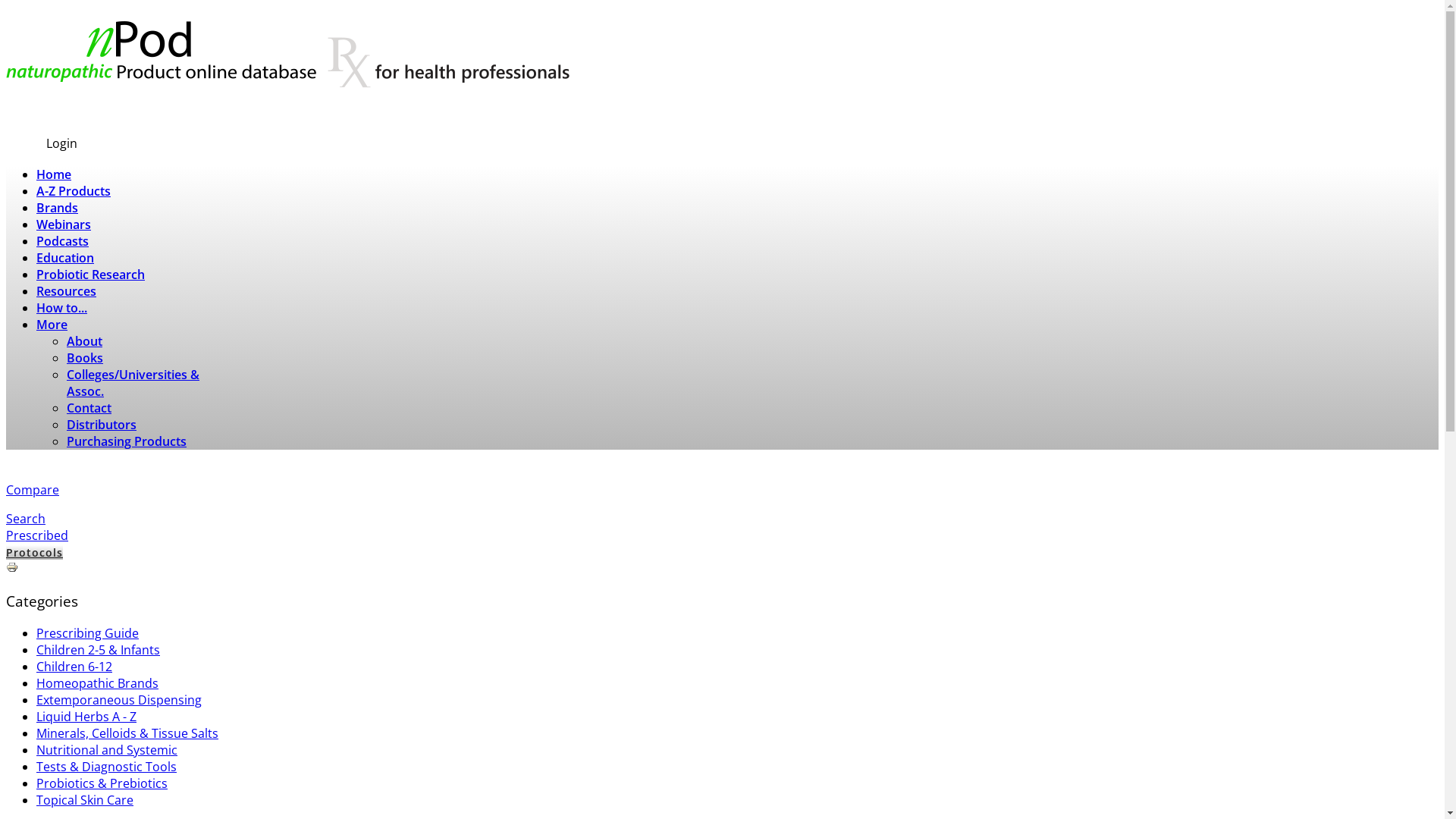  Describe the element at coordinates (118, 699) in the screenshot. I see `'Extemporaneous Dispensing'` at that location.